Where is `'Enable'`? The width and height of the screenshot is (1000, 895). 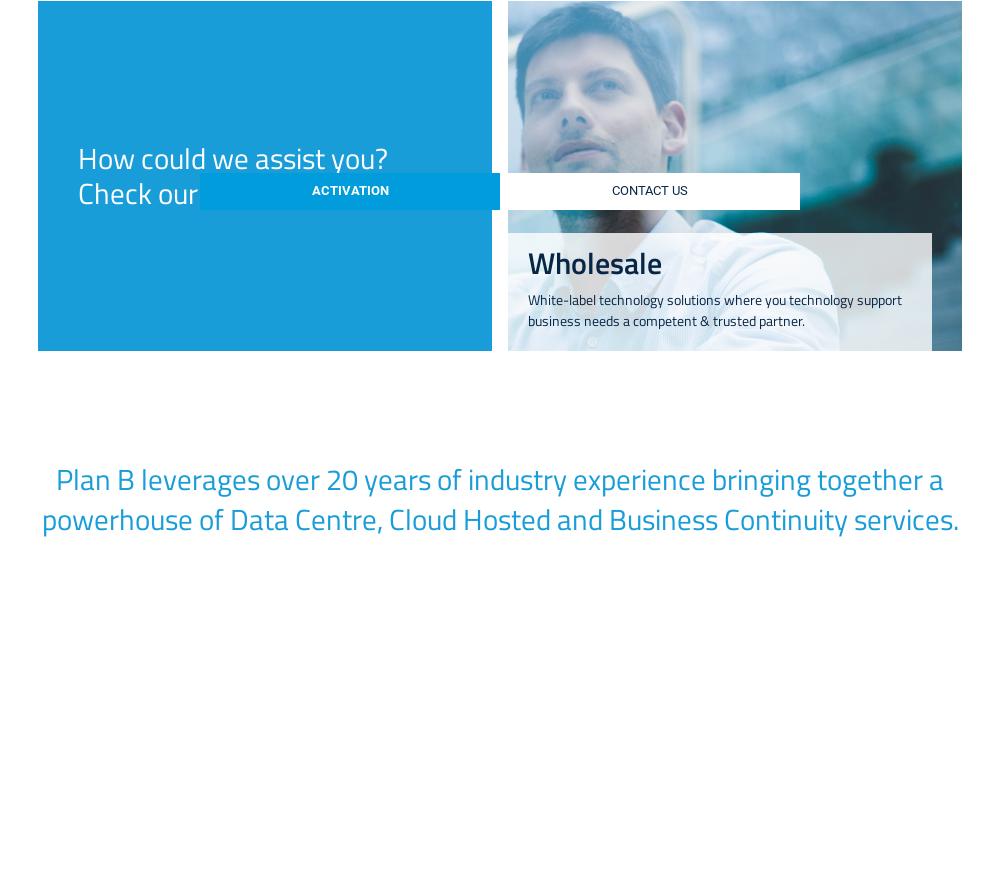
'Enable' is located at coordinates (778, 708).